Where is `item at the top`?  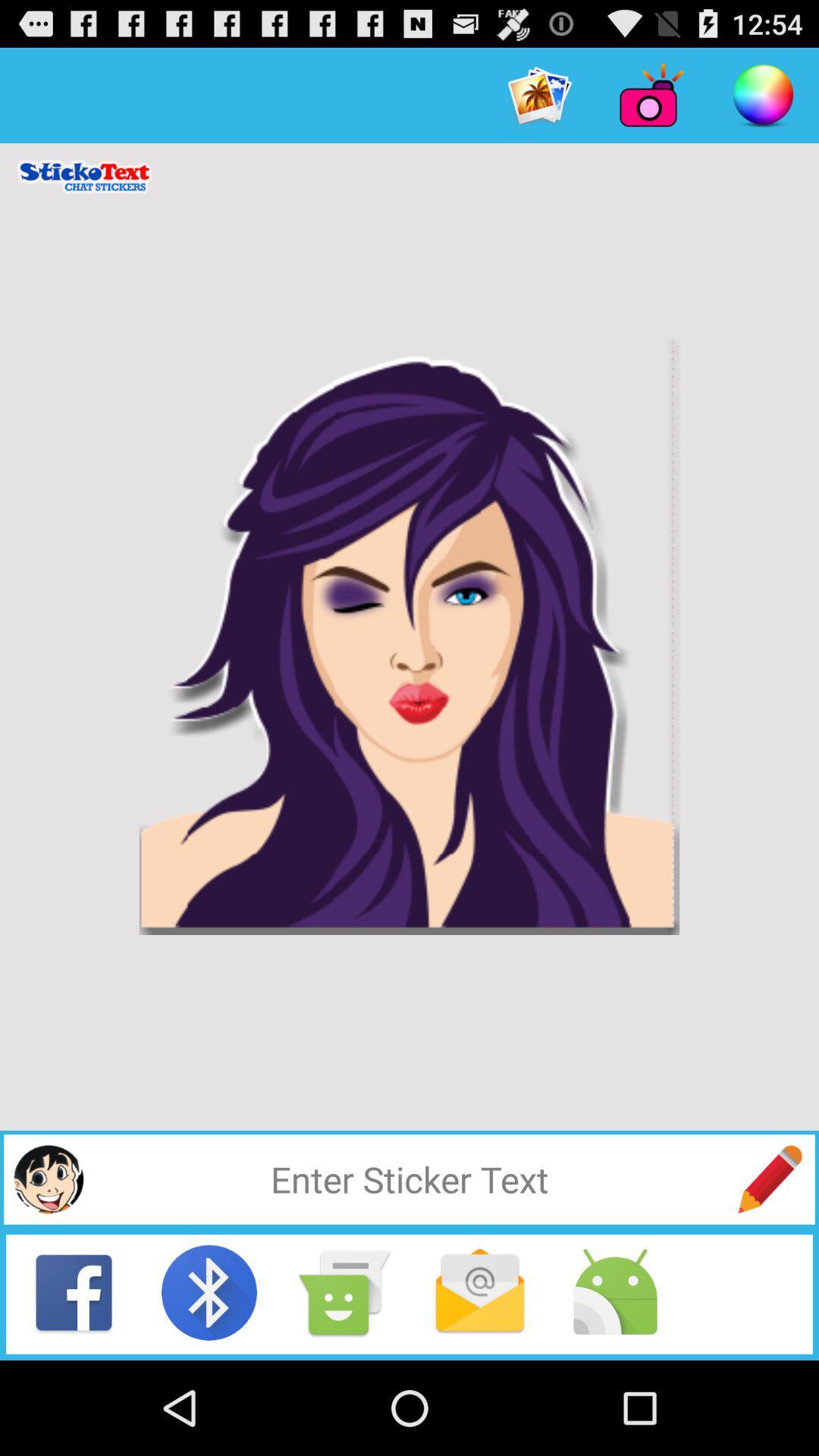
item at the top is located at coordinates (539, 94).